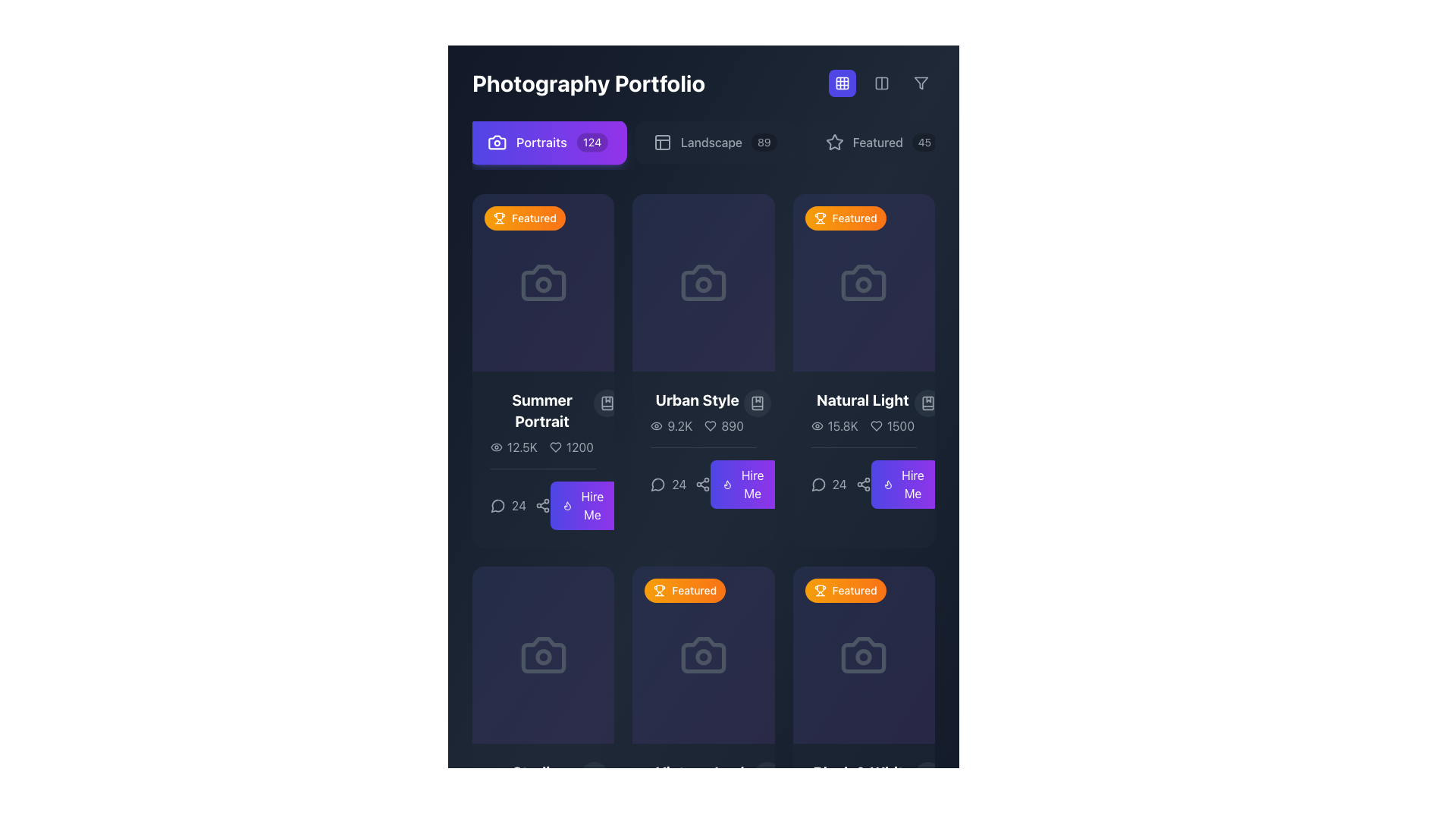 This screenshot has height=819, width=1456. Describe the element at coordinates (833, 426) in the screenshot. I see `the numerical display '15.8K' located below the 'Natural Light' card in the third column, which is adjacent to an eye icon` at that location.